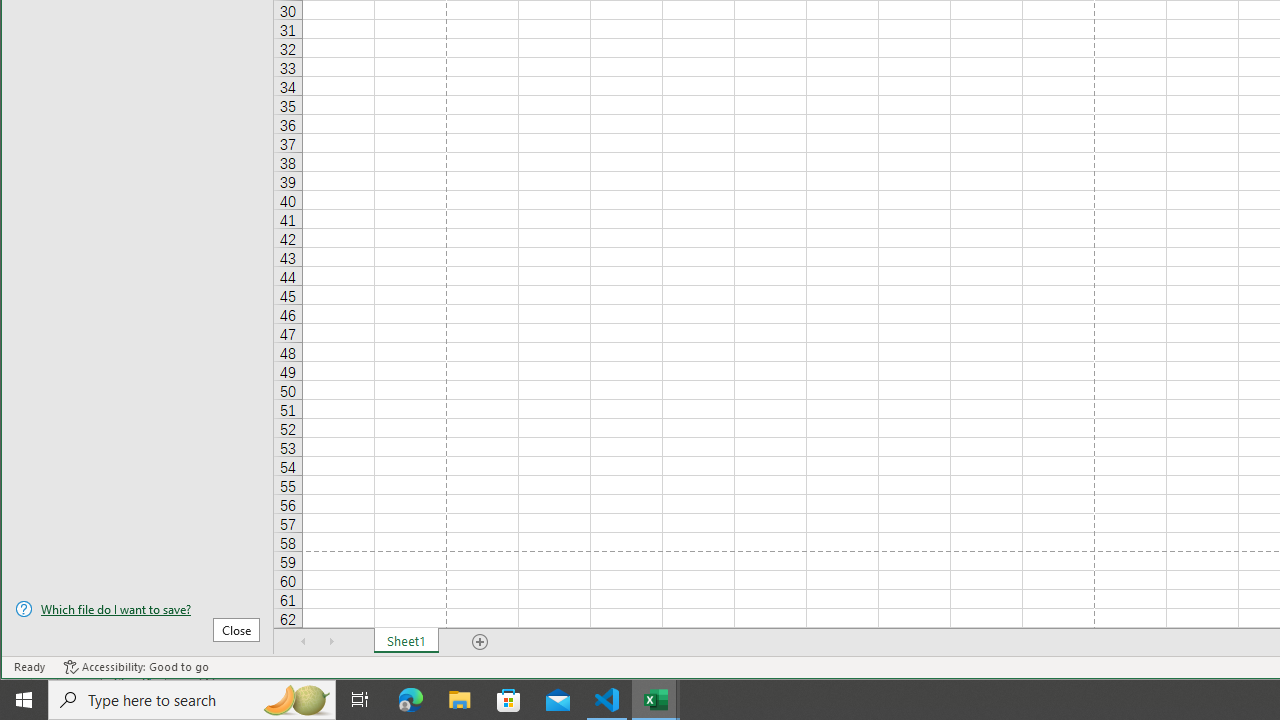  Describe the element at coordinates (509, 698) in the screenshot. I see `'Microsoft Store'` at that location.